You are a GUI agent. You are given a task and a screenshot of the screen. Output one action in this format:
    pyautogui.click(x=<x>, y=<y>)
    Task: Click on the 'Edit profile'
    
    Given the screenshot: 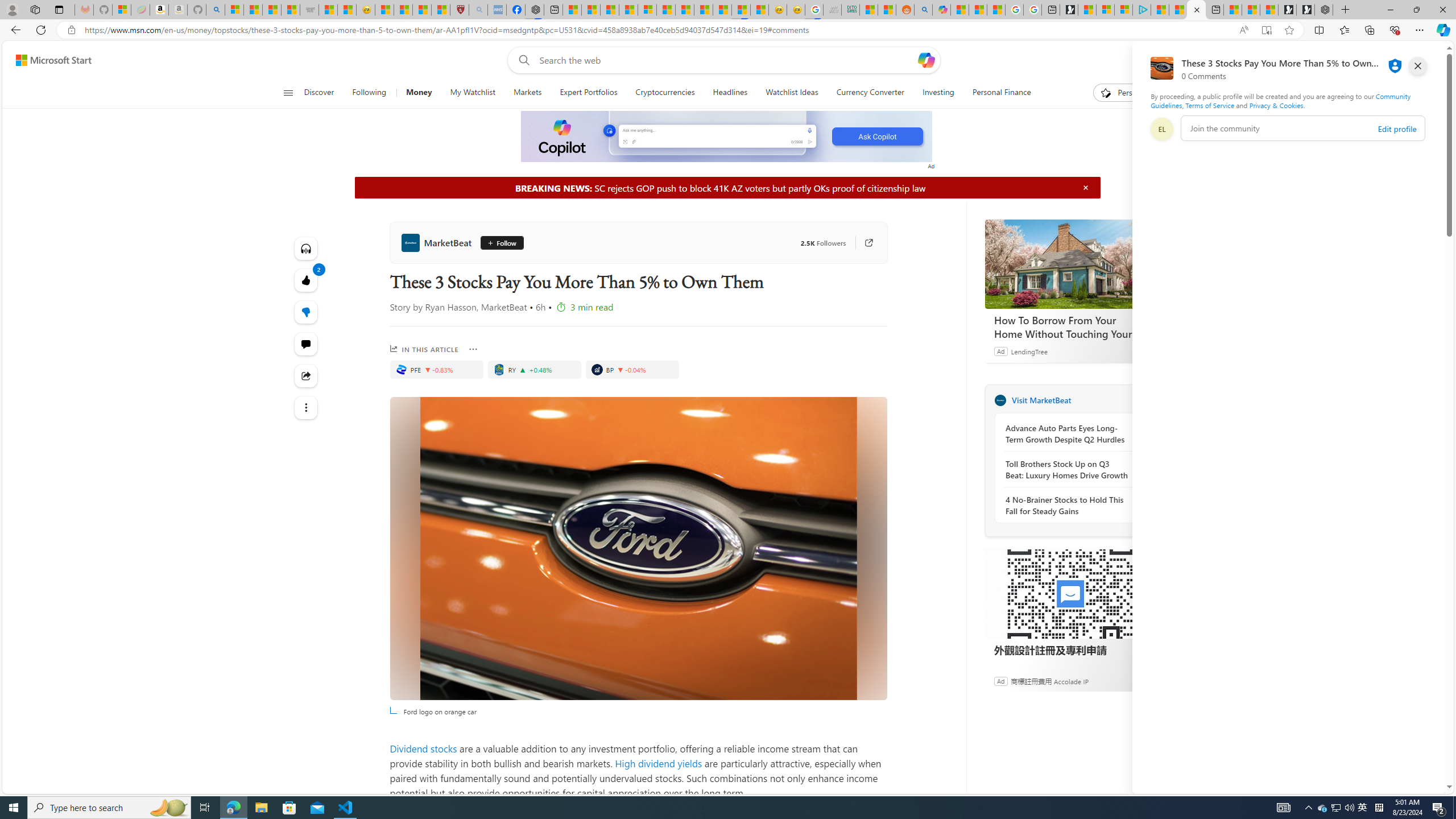 What is the action you would take?
    pyautogui.click(x=1396, y=128)
    